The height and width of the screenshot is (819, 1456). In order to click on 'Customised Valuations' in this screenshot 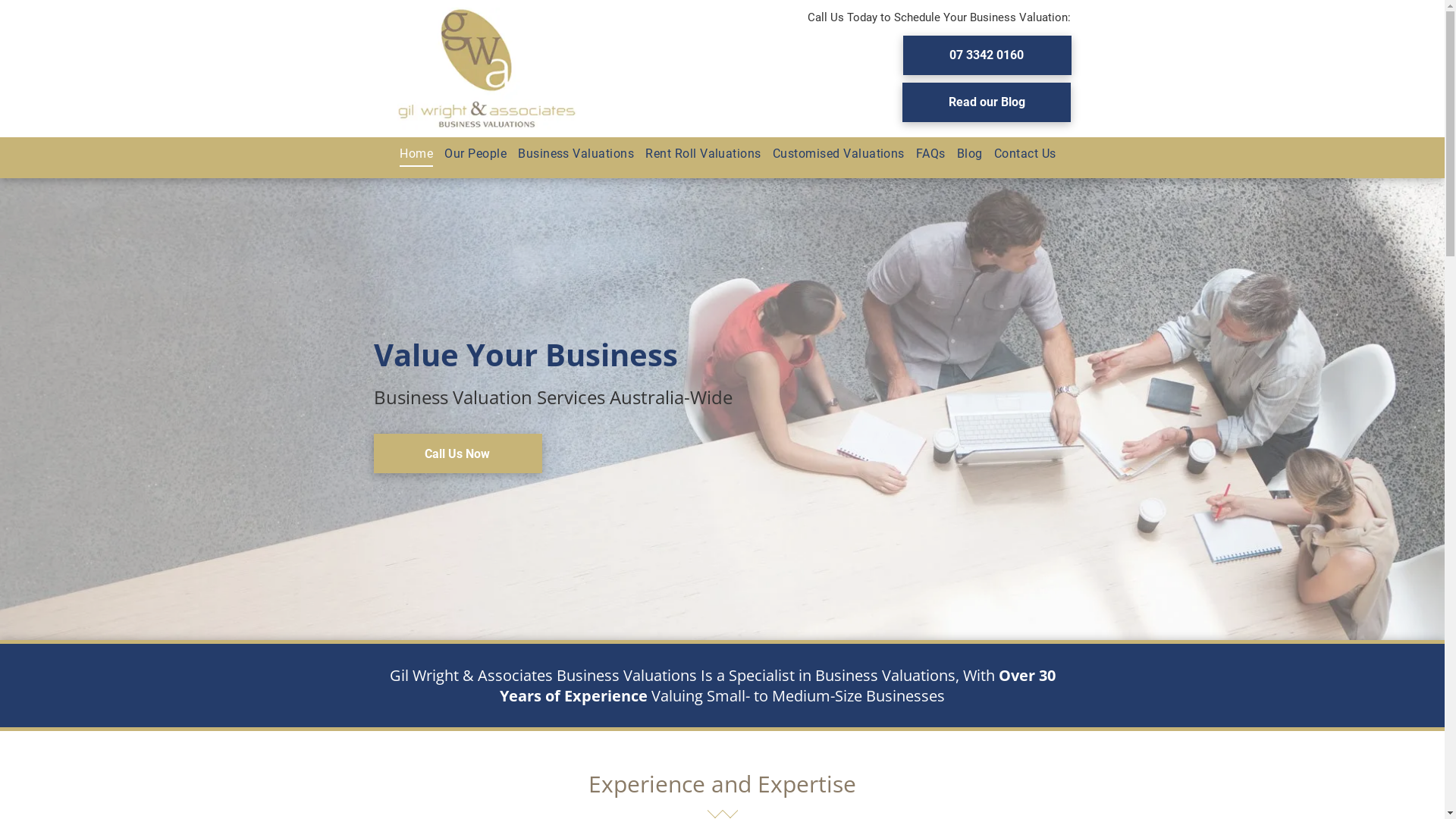, I will do `click(832, 154)`.